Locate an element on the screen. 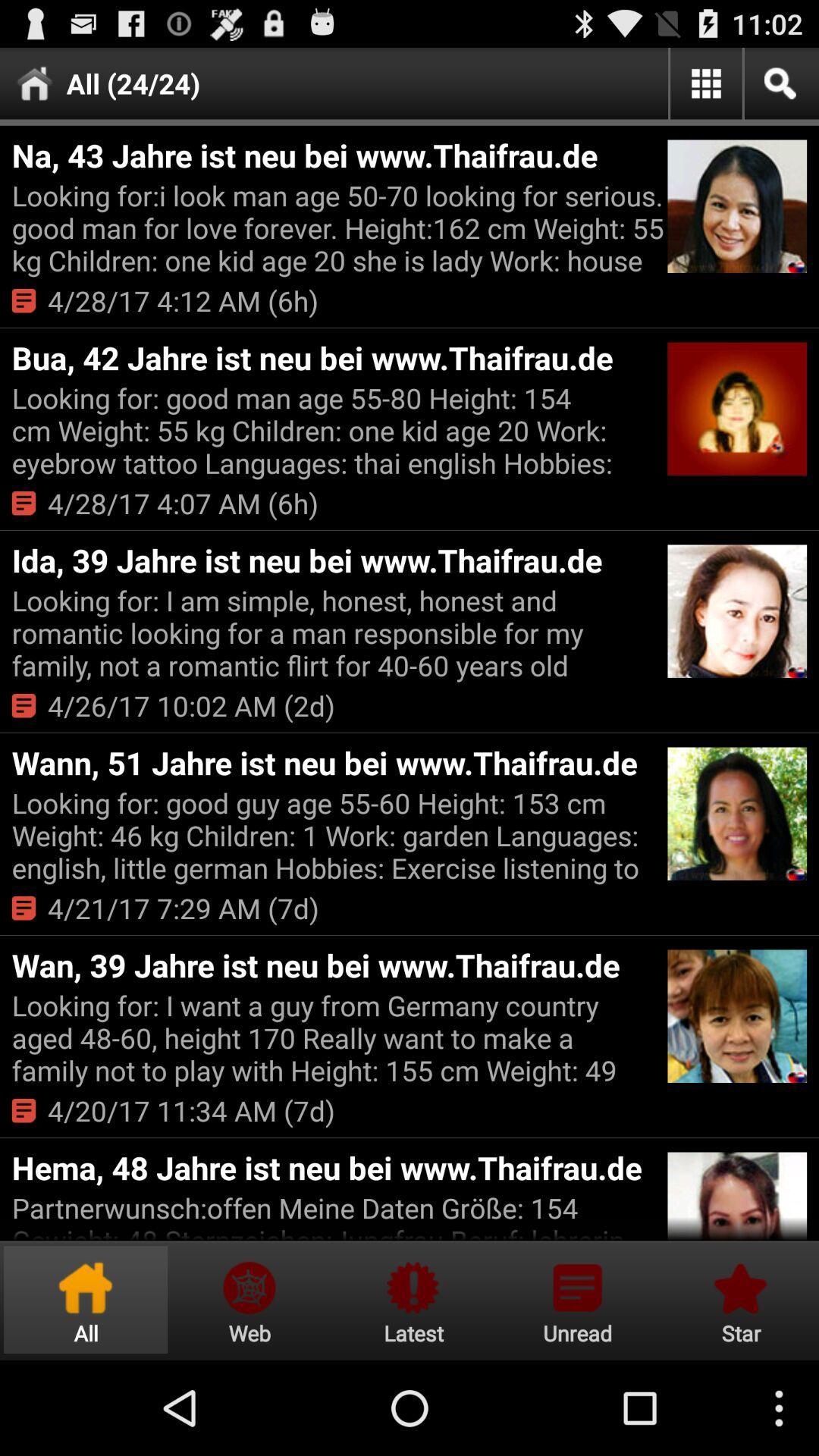 The width and height of the screenshot is (819, 1456). app below the partnerwunsch offen meine is located at coordinates (738, 1299).